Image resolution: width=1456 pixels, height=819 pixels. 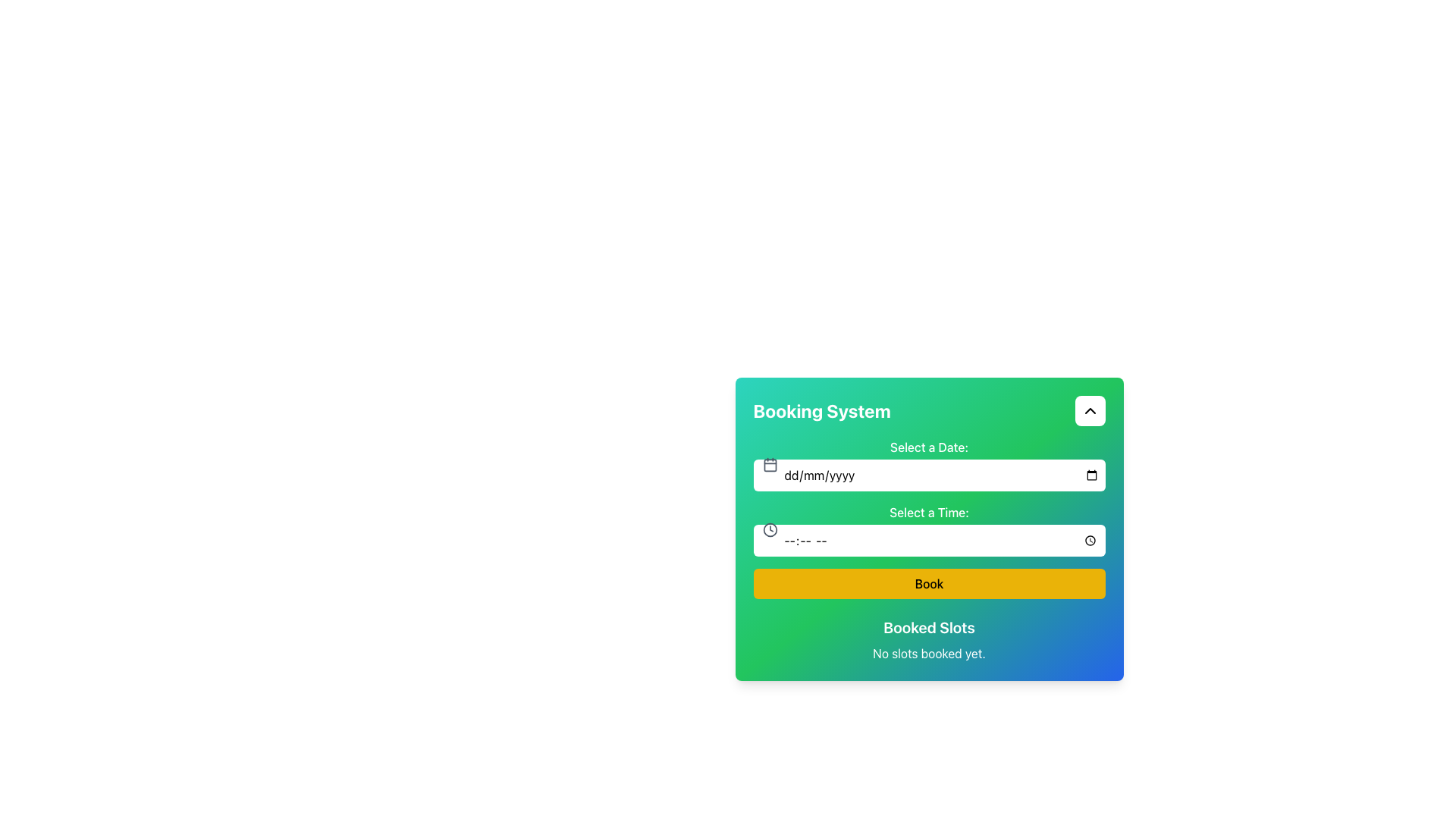 I want to click on the small outline clock icon located in the 'Select a Time:' section, to the left of the time input field, so click(x=770, y=529).